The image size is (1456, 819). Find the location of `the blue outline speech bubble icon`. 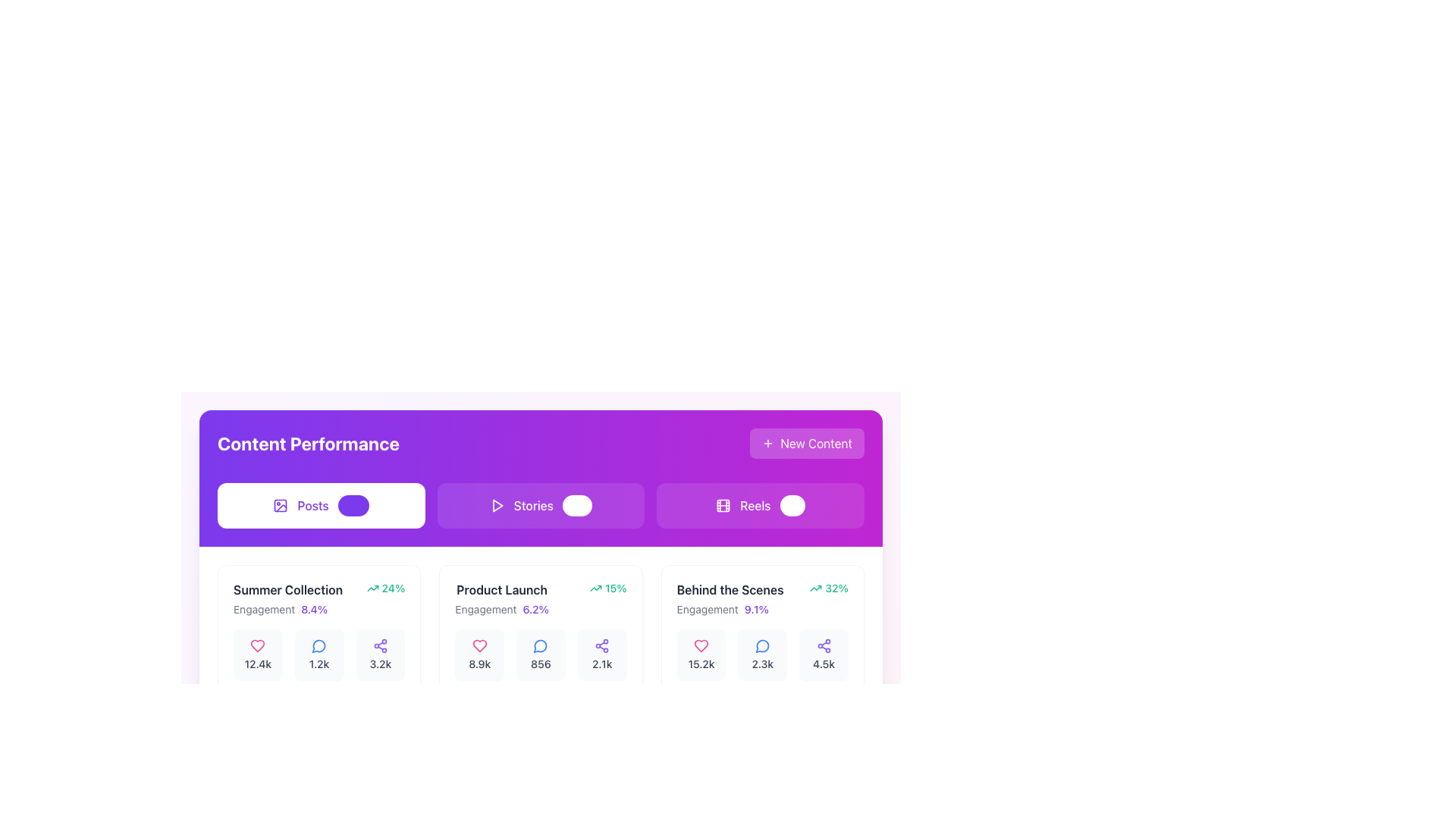

the blue outline speech bubble icon is located at coordinates (762, 646).